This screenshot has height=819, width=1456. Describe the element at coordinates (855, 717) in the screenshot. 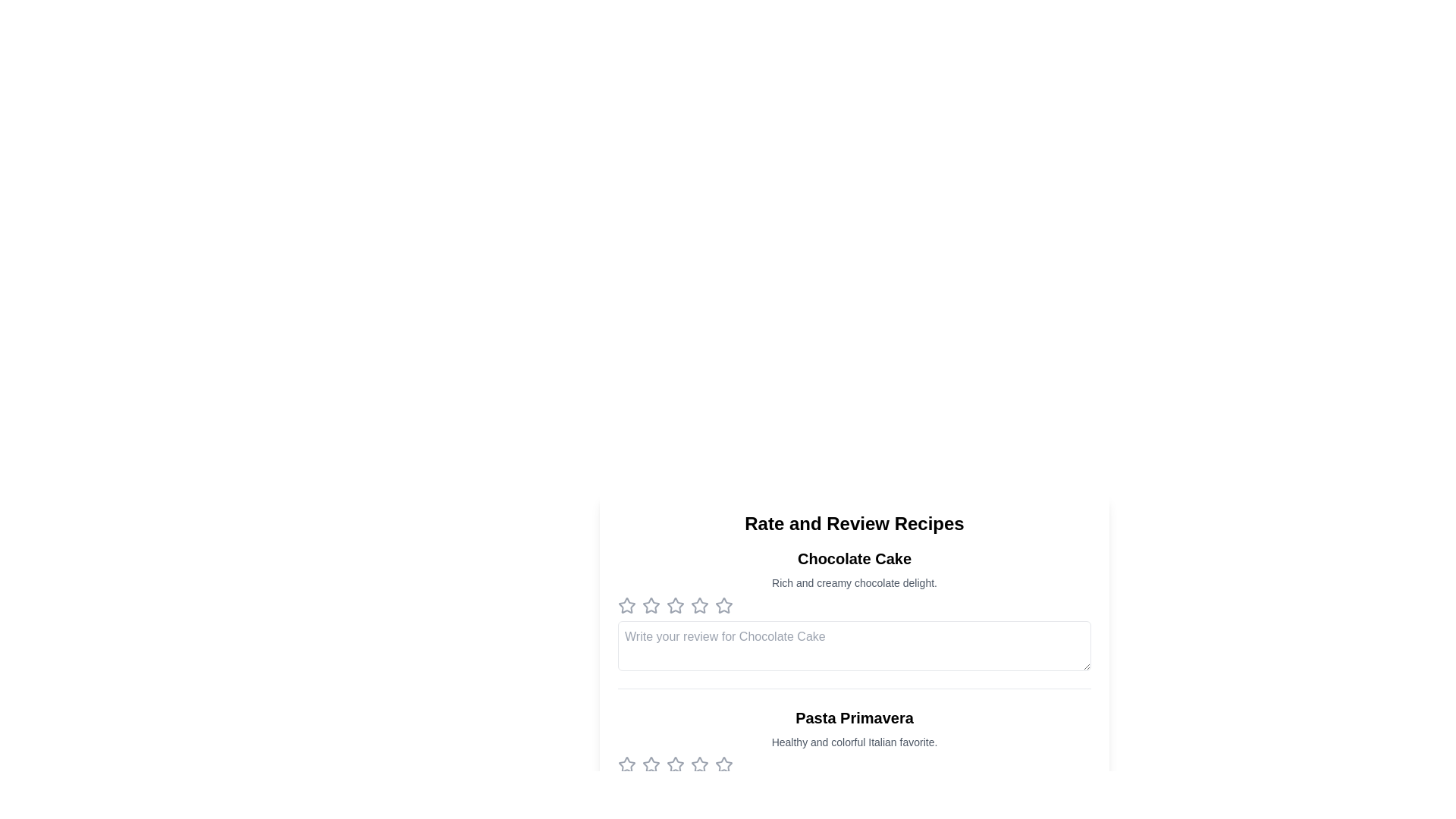

I see `the bold, large-font text label displaying 'Pasta Primavera', which is prominently styled in black and positioned above the descriptive text in the 'Rate and Review Recipes' section` at that location.